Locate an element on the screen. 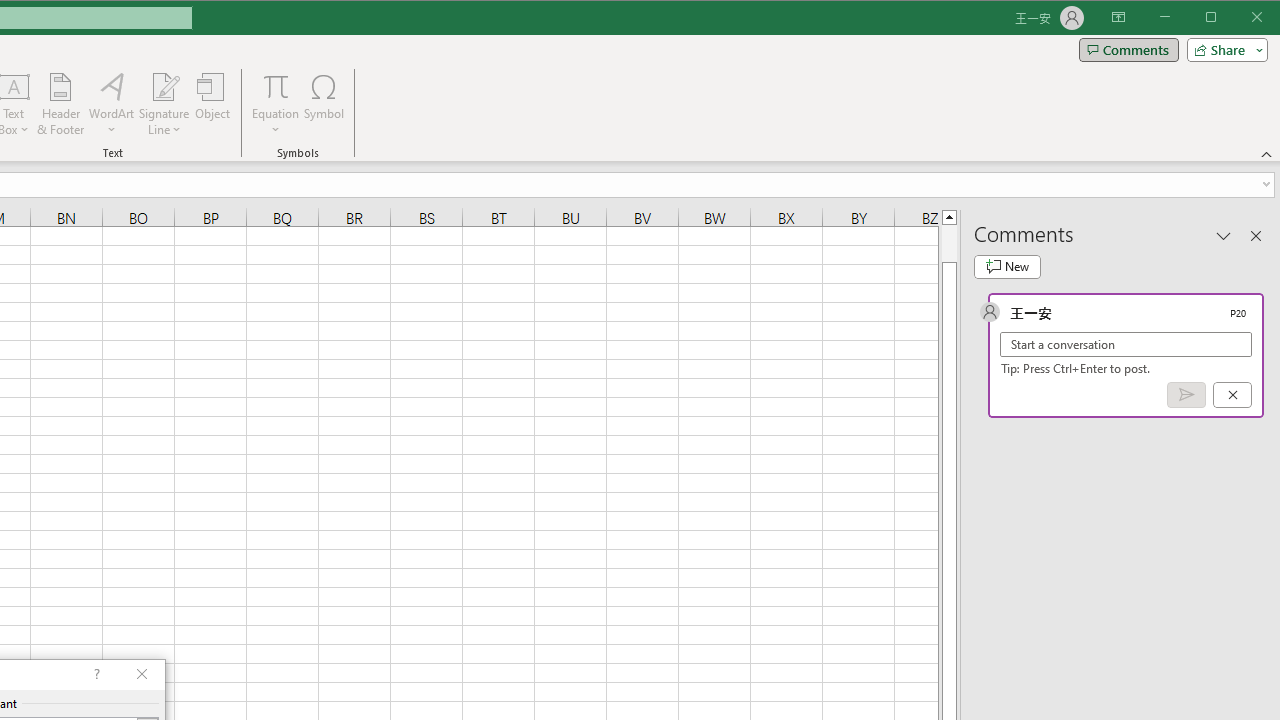  'Cancel' is located at coordinates (1231, 395).